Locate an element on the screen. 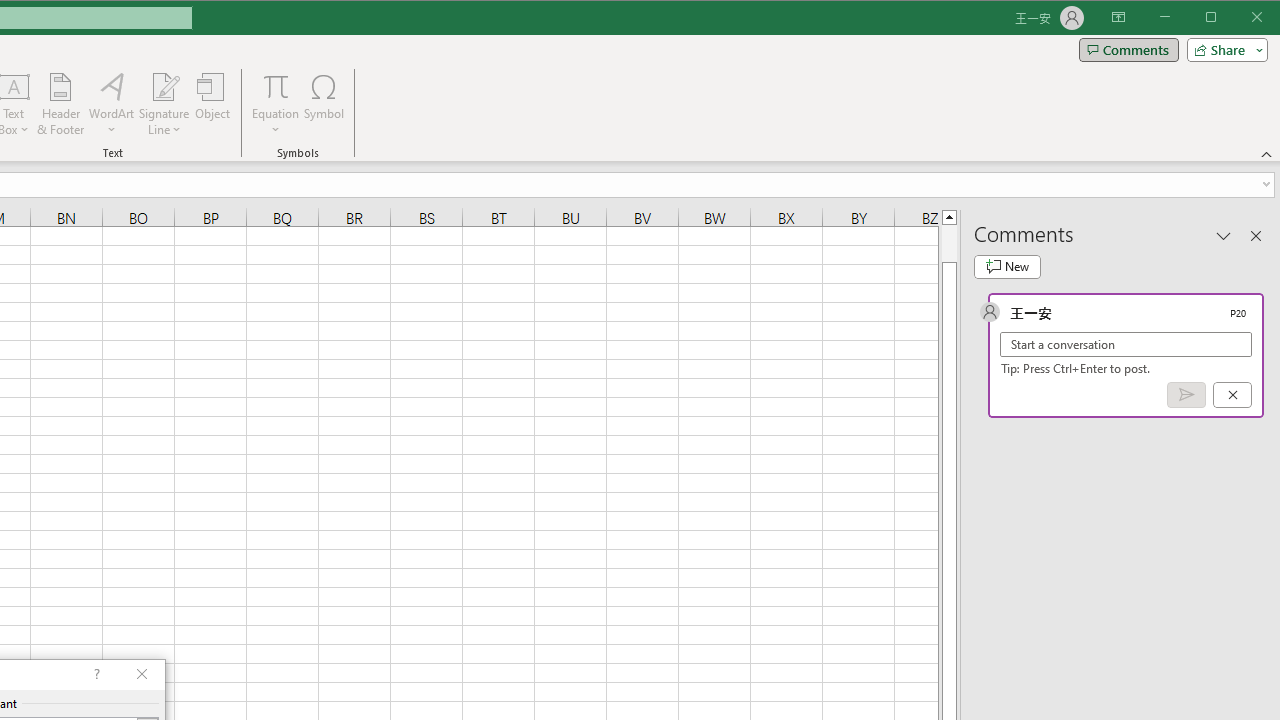  'Cancel' is located at coordinates (1231, 395).